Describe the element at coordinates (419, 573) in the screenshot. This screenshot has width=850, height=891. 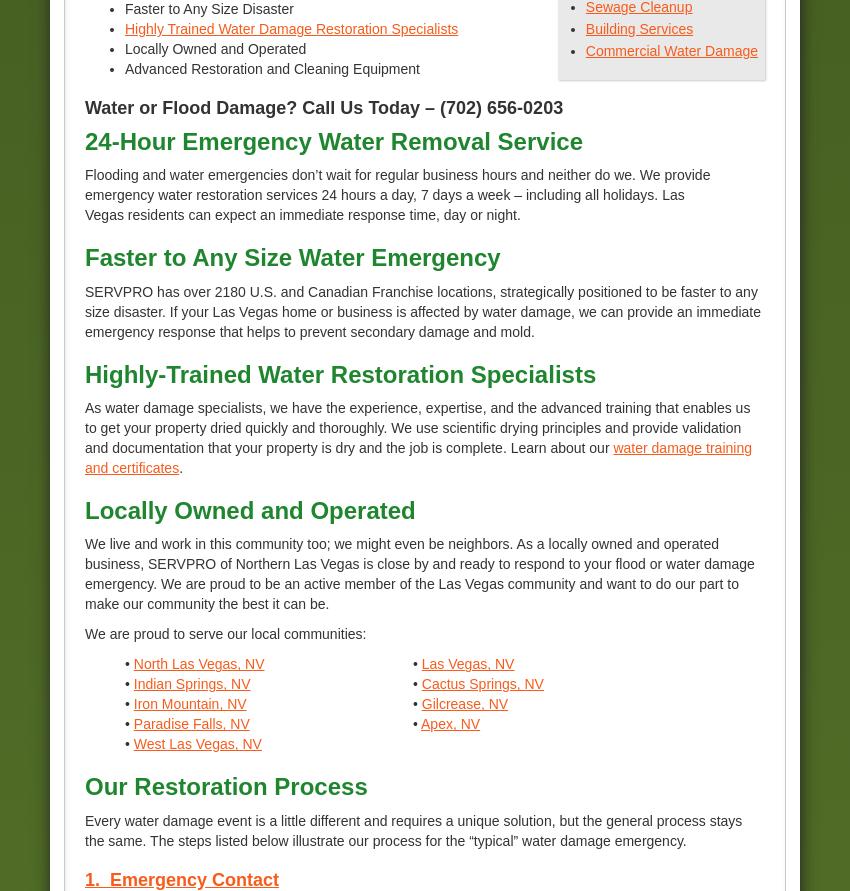
I see `'We live and work in this community too; we might even be neighbors. As a locally owned and operated business, SERVPRO of Northern Las Vegas is close by and ready to respond to your flood or water damage emergency. We are proud to be an active member of the Las Vegas community and want to do our part to make our community the best it can be.'` at that location.